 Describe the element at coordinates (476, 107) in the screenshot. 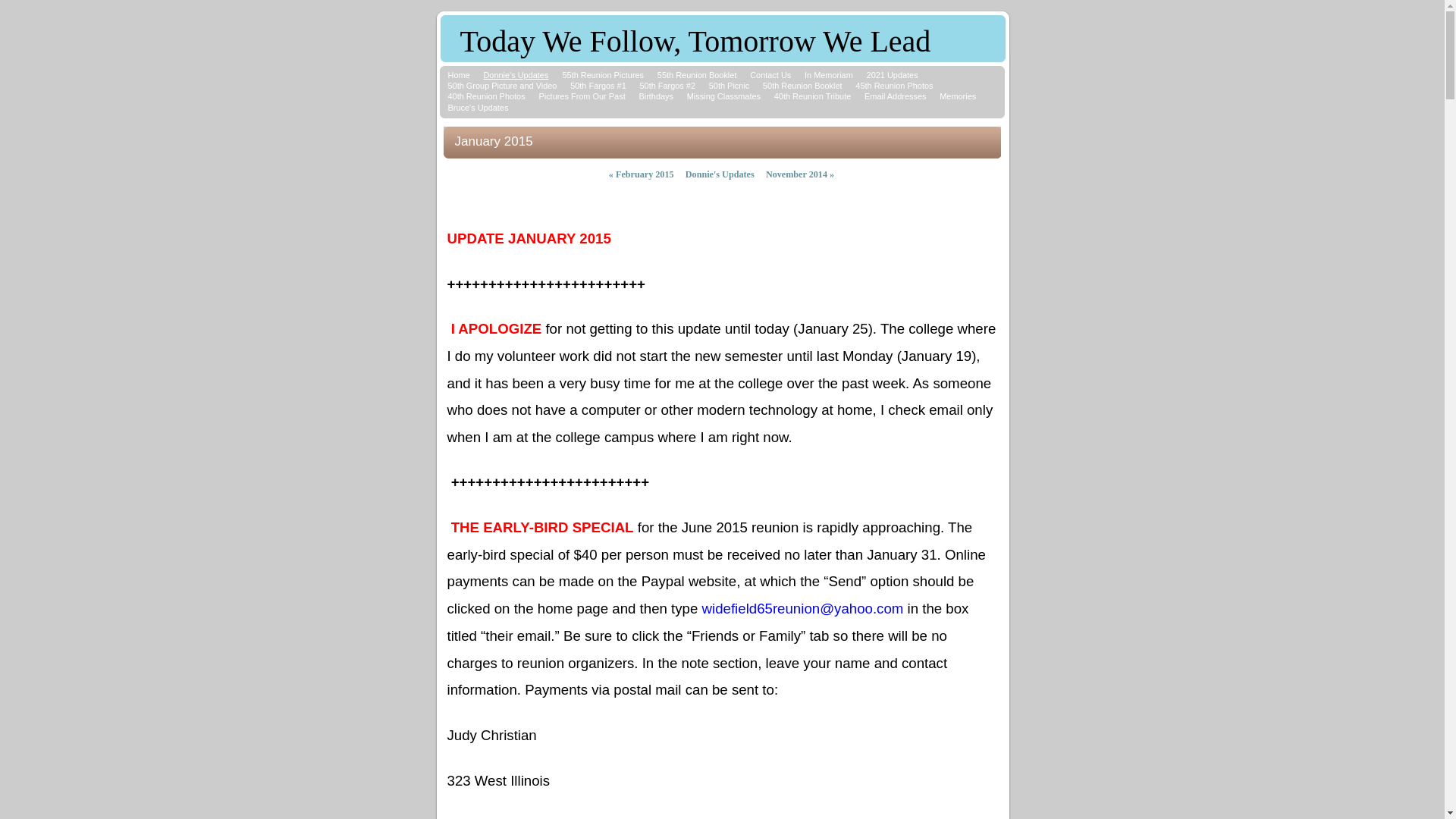

I see `'Bruce's Updates'` at that location.